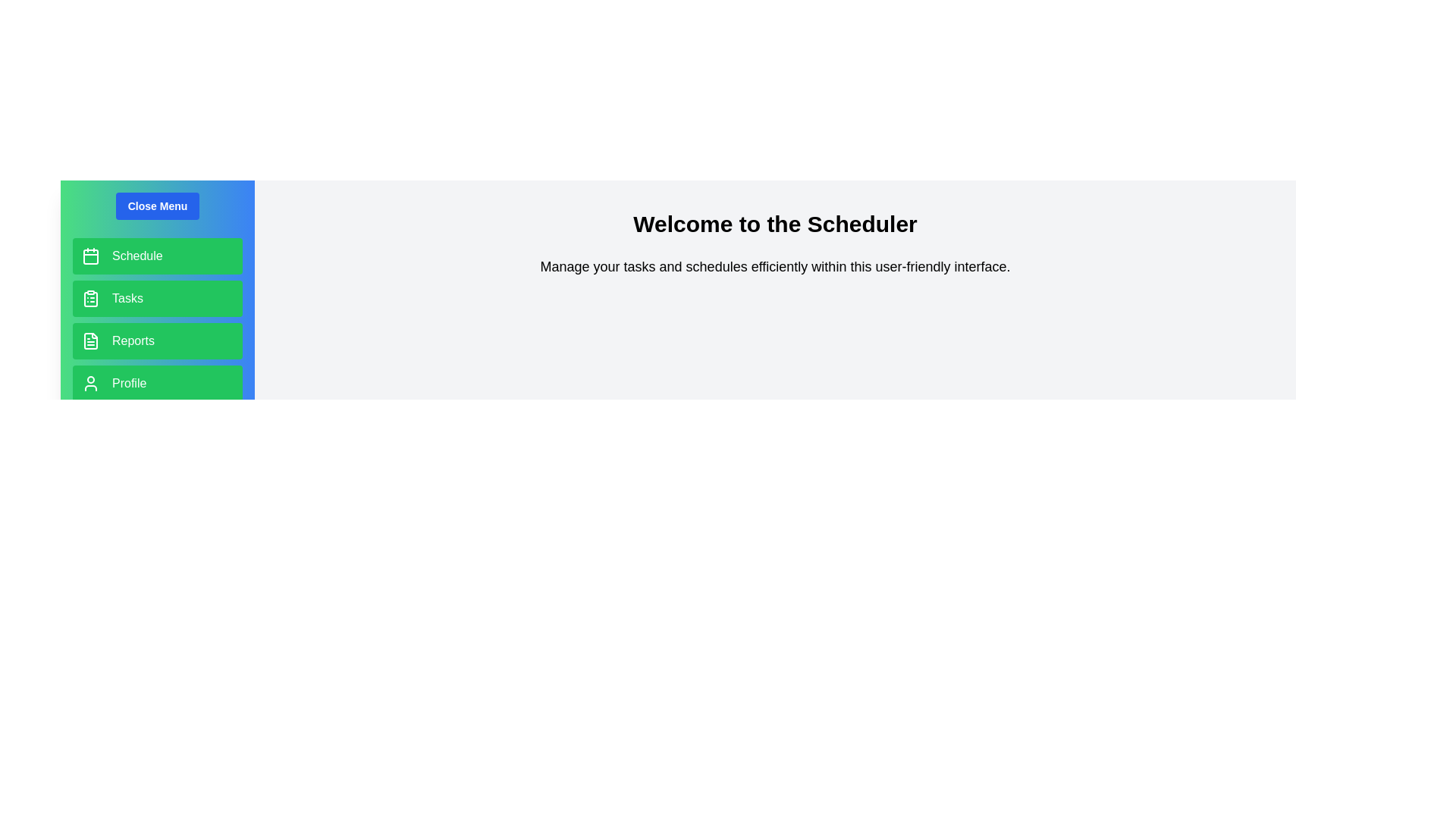  What do you see at coordinates (157, 206) in the screenshot?
I see `the button labeled 'Close Menu' to toggle the drawer visibility` at bounding box center [157, 206].